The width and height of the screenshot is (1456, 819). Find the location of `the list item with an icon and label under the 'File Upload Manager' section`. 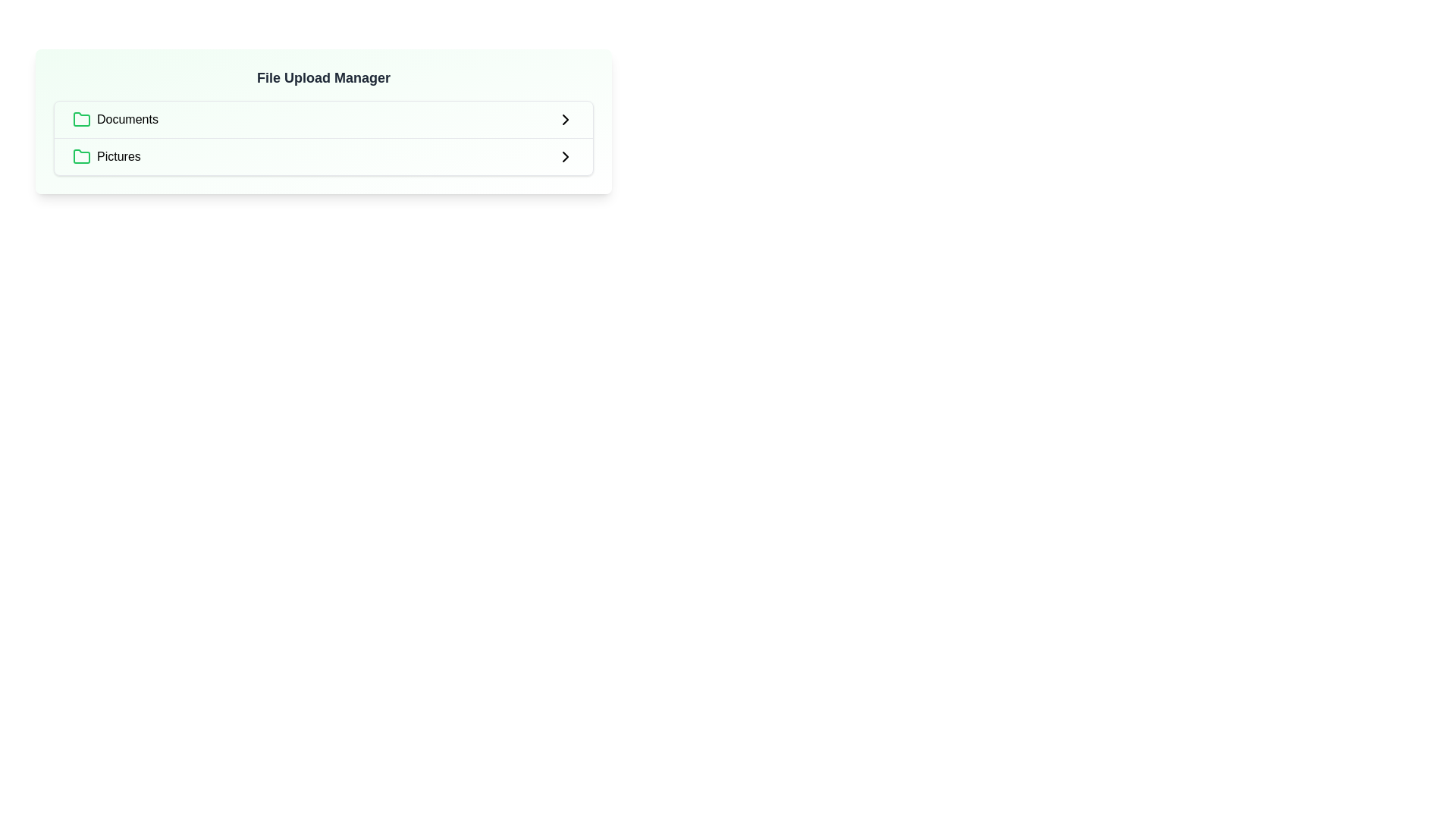

the list item with an icon and label under the 'File Upload Manager' section is located at coordinates (115, 119).